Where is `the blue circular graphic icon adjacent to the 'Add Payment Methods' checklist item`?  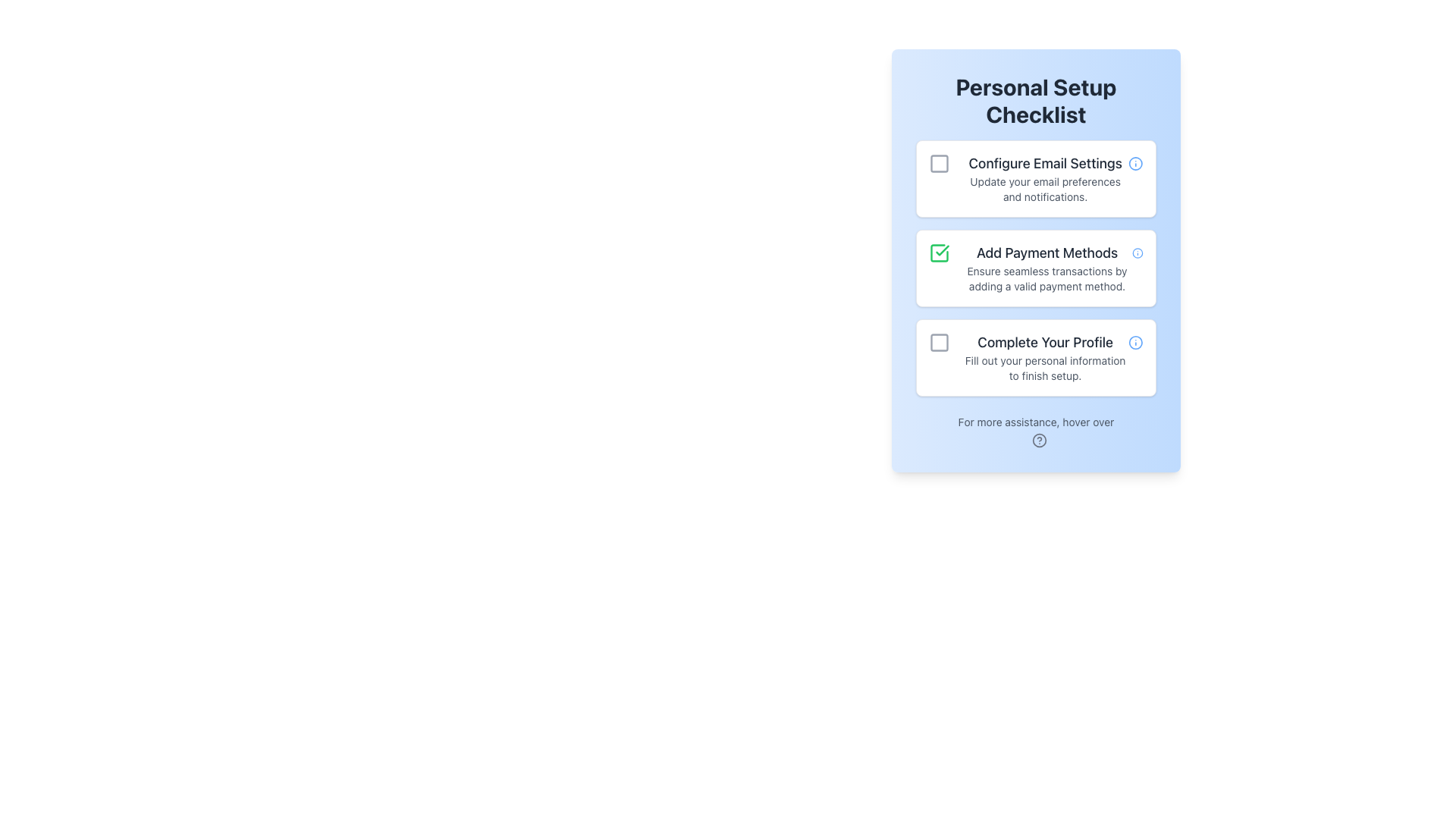 the blue circular graphic icon adjacent to the 'Add Payment Methods' checklist item is located at coordinates (1137, 253).